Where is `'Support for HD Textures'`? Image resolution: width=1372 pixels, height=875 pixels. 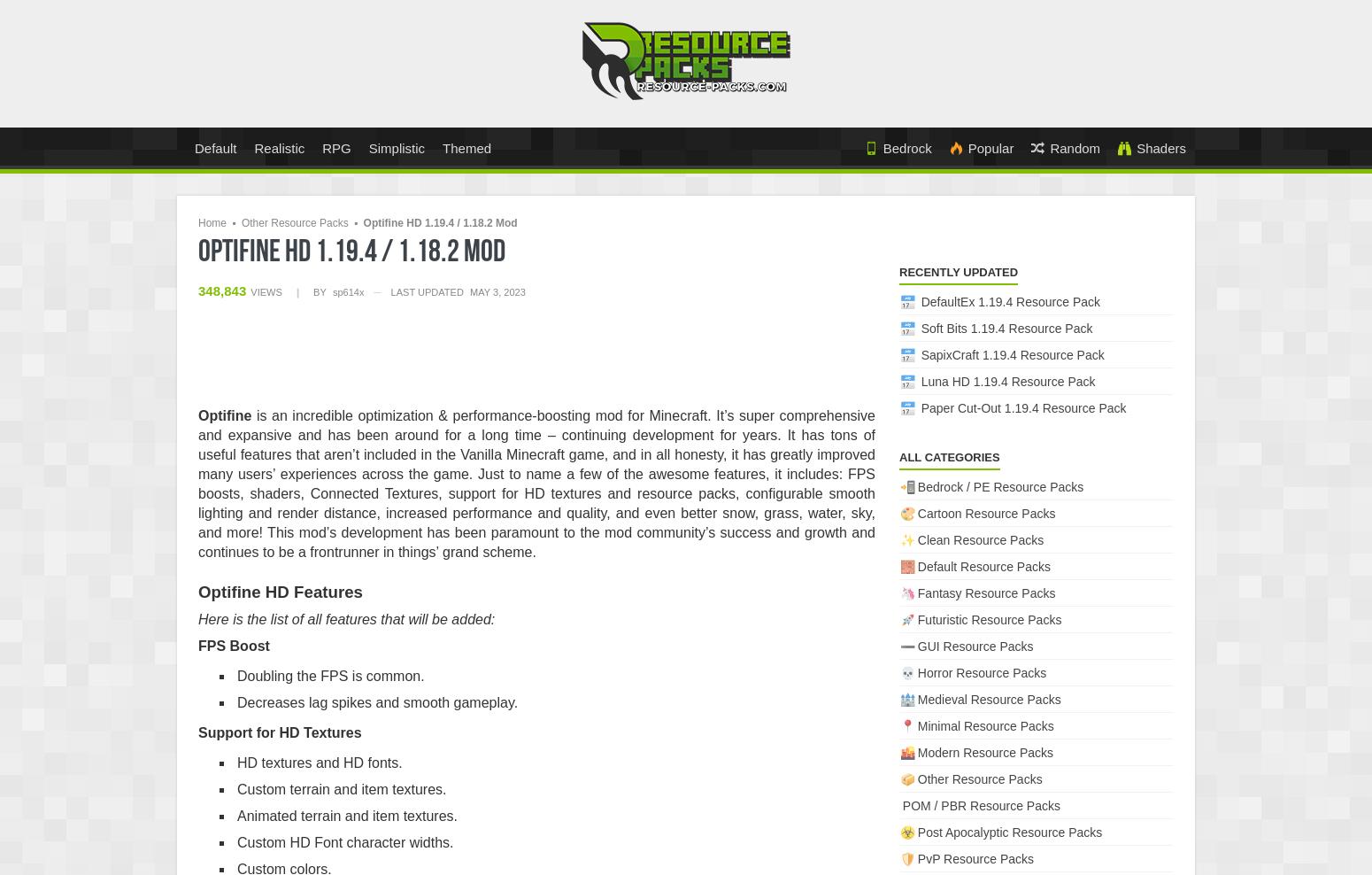
'Support for HD Textures' is located at coordinates (279, 732).